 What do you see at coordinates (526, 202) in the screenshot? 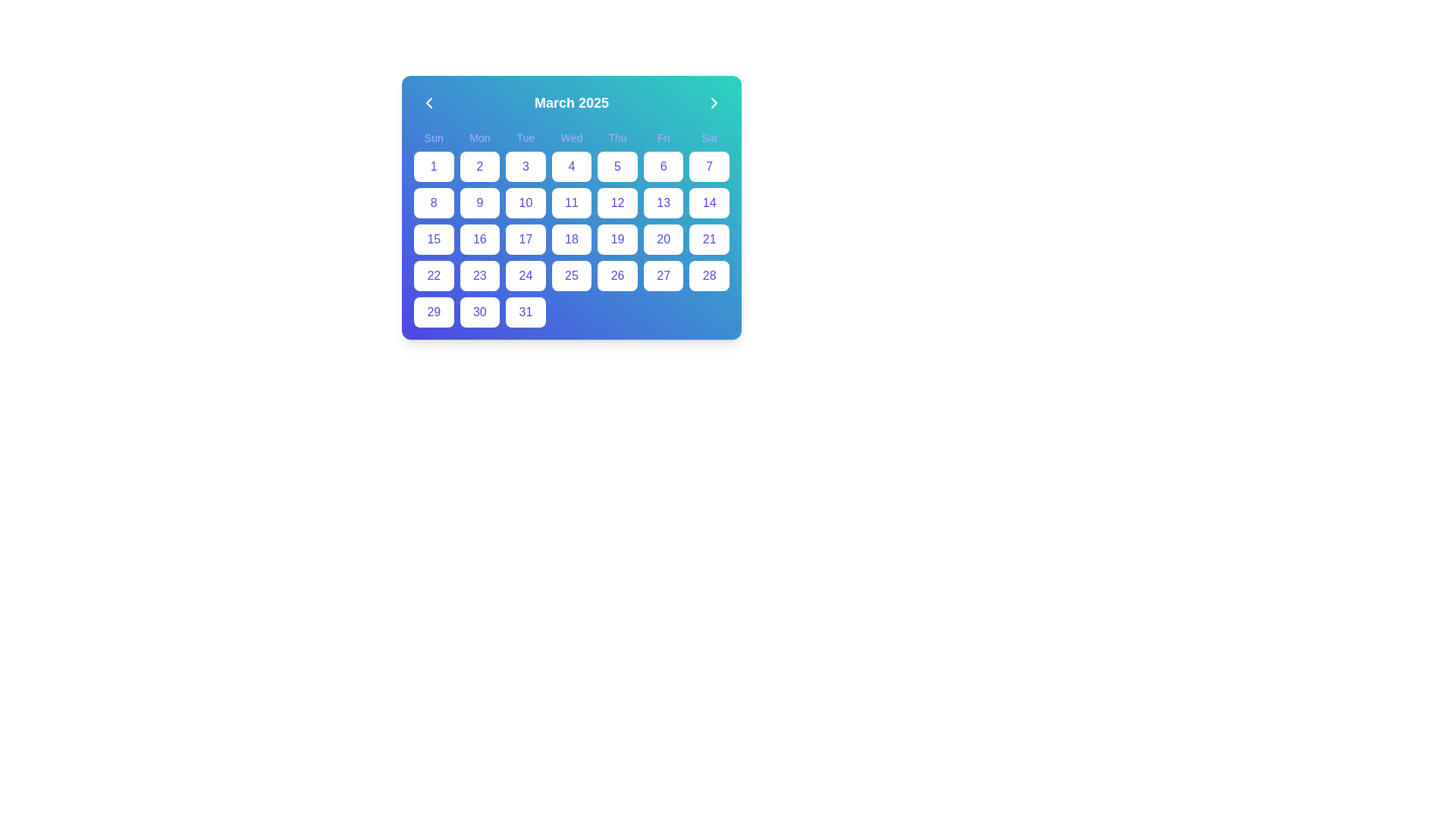
I see `the rounded rectangular button displaying '10' in bold indigo font located in the fourth column of the second row of the calendar grid` at bounding box center [526, 202].